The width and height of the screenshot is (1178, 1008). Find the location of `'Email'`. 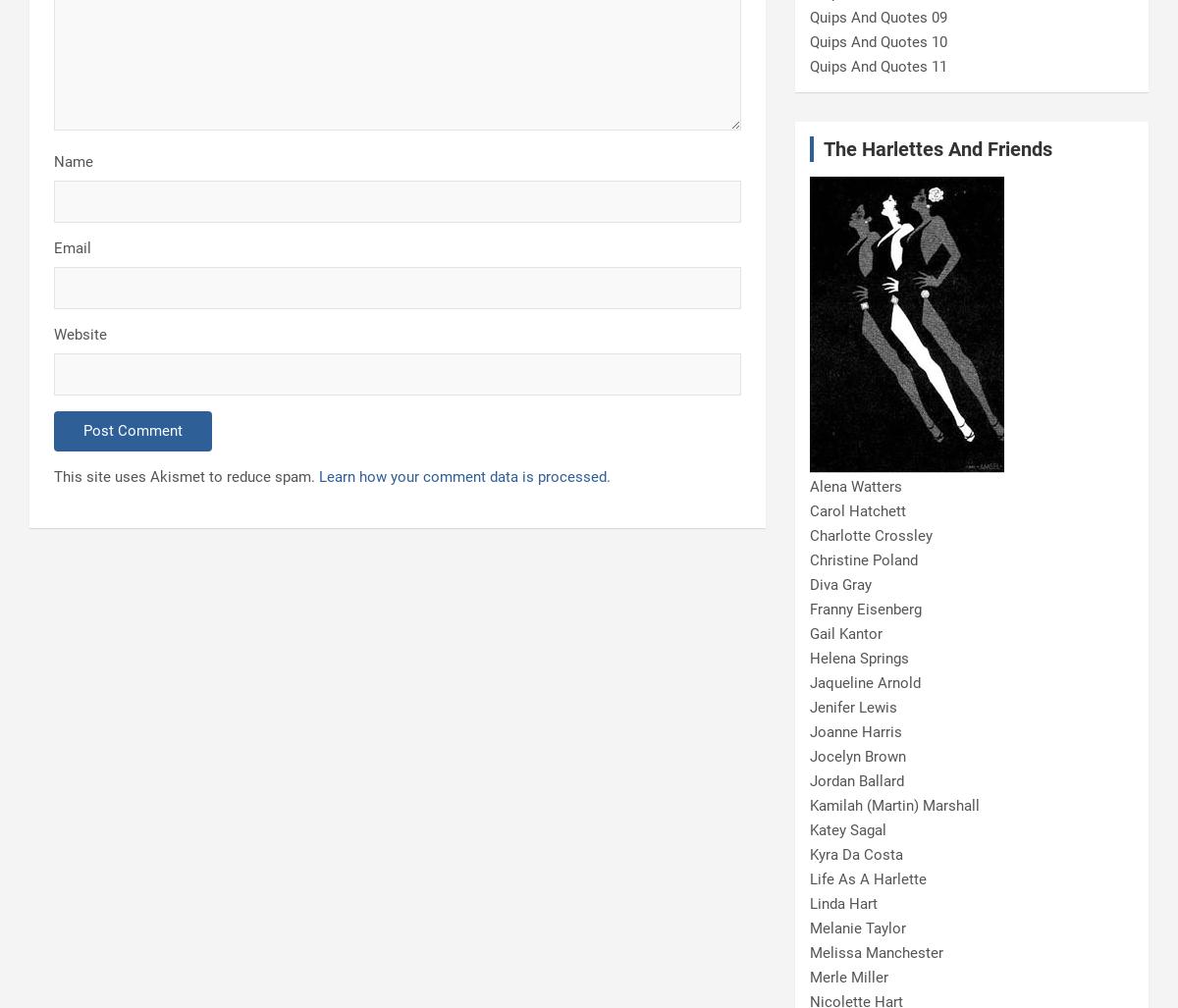

'Email' is located at coordinates (73, 247).